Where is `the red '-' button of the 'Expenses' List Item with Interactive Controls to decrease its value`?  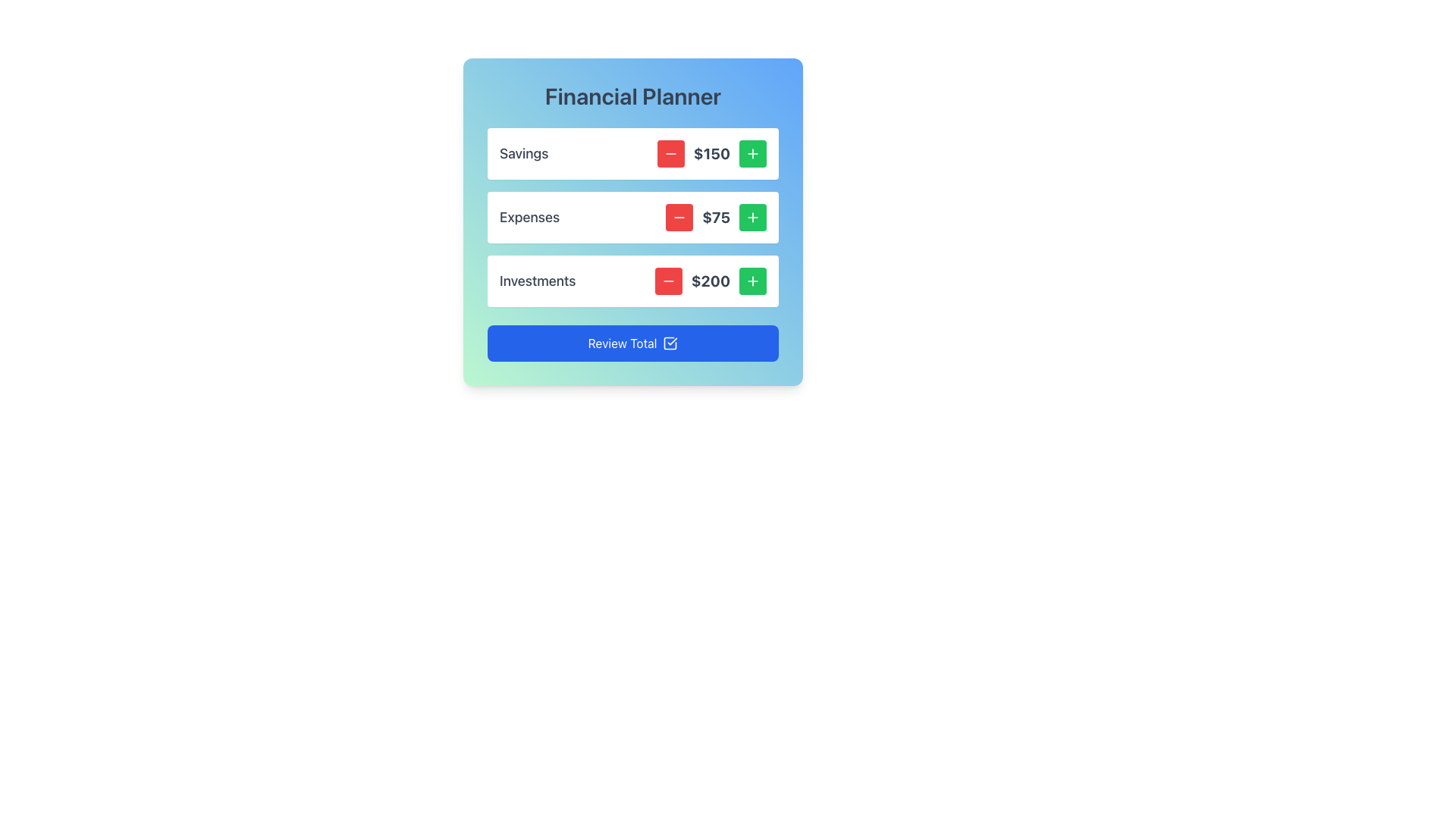
the red '-' button of the 'Expenses' List Item with Interactive Controls to decrease its value is located at coordinates (633, 222).